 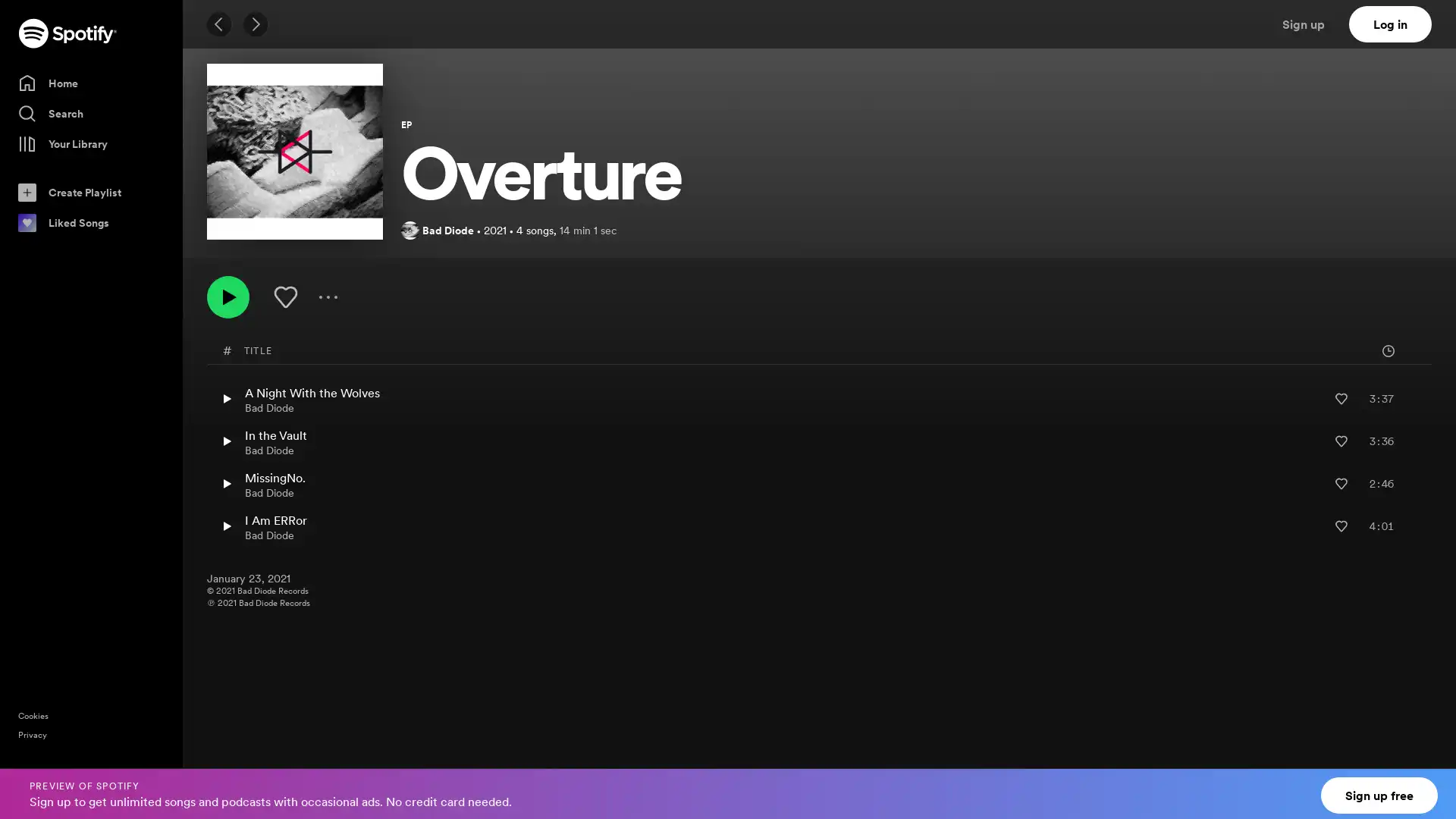 I want to click on Play I Am ERRor by Bad Diode, so click(x=225, y=526).